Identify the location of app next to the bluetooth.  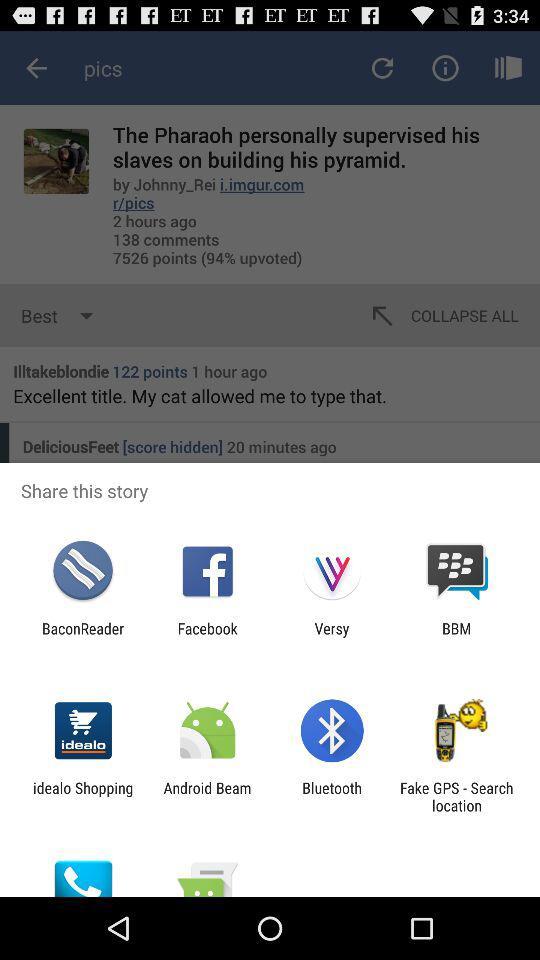
(456, 796).